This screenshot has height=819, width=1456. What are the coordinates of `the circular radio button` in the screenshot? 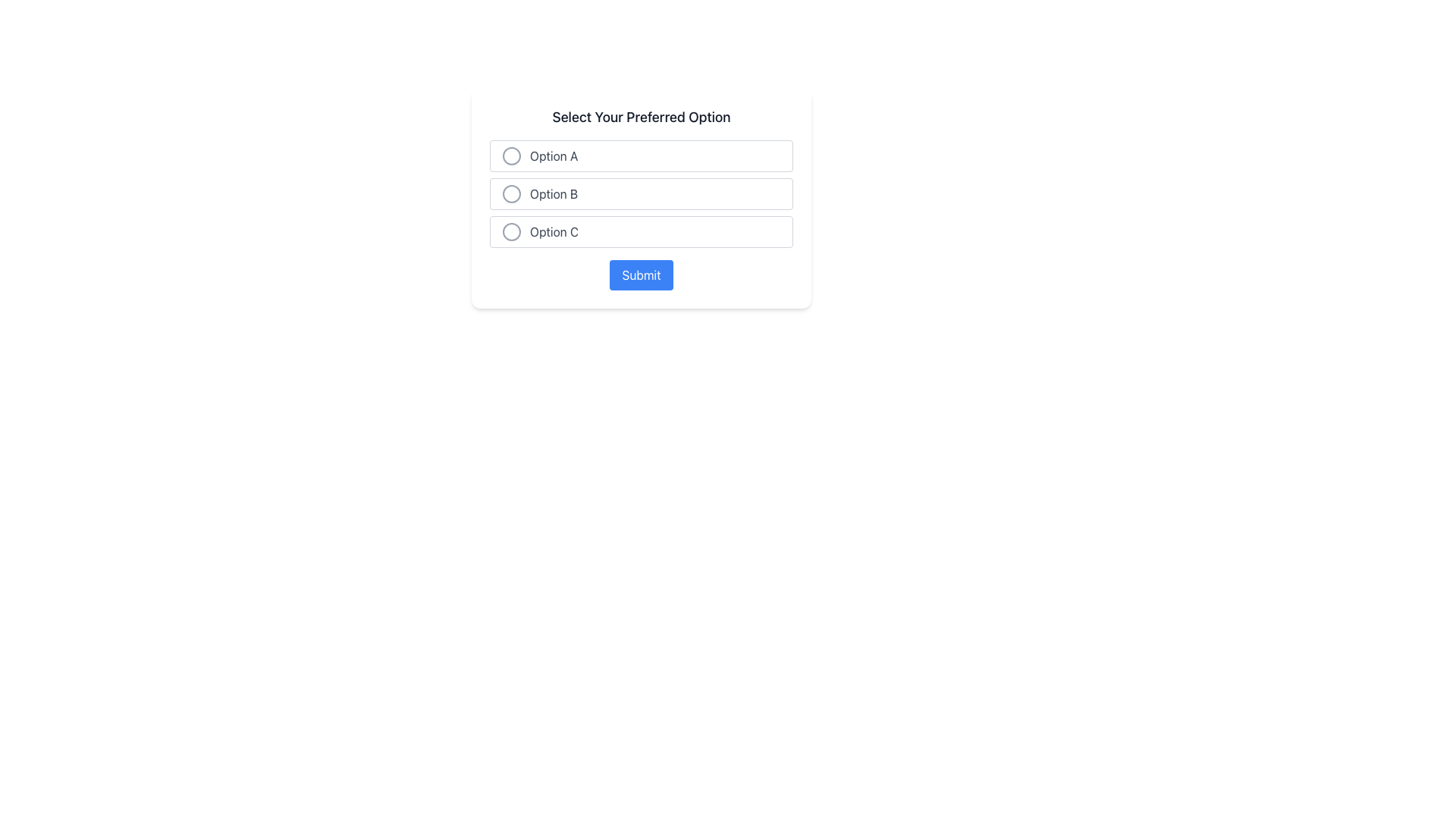 It's located at (512, 193).